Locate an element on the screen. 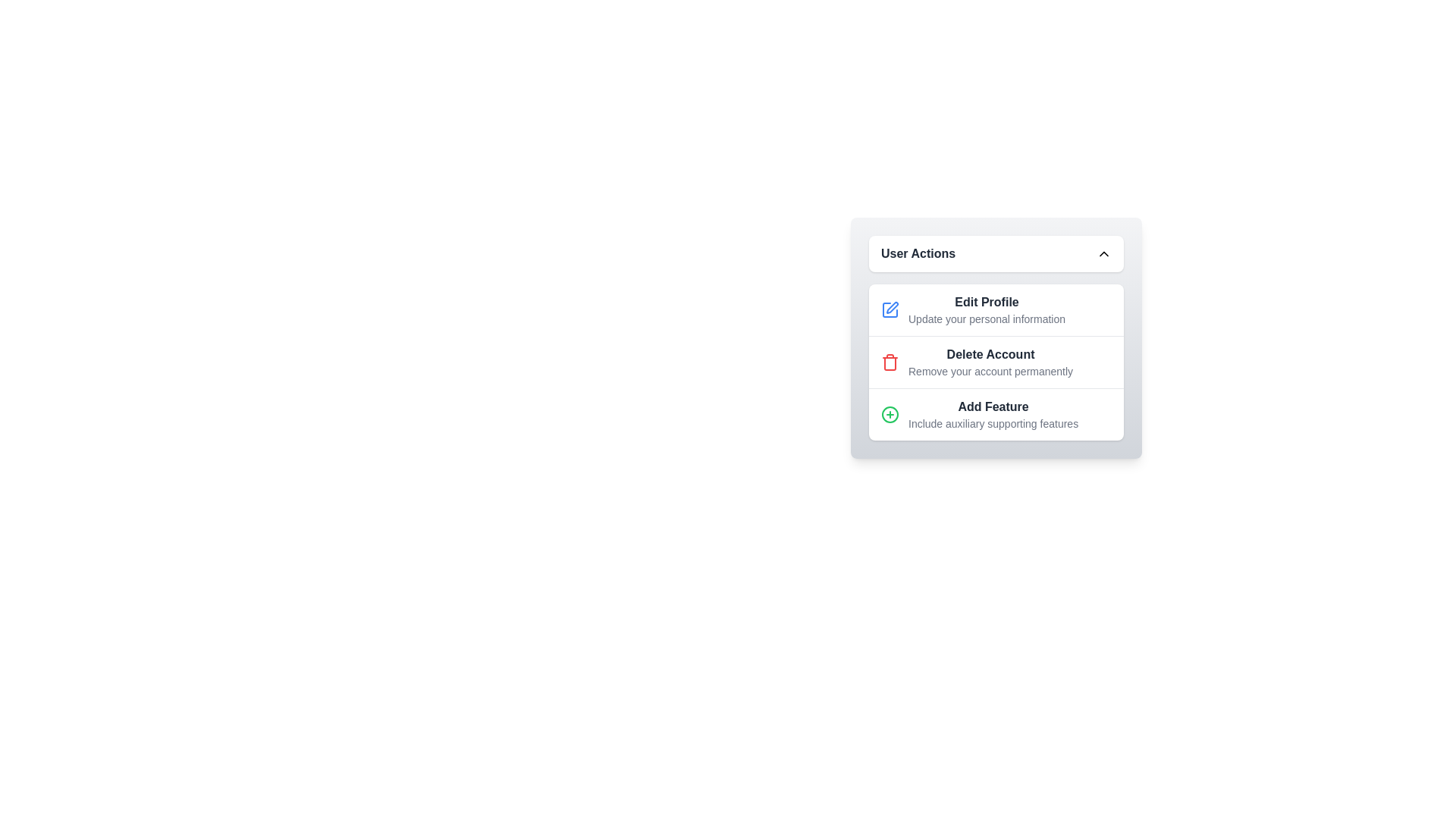 The image size is (1456, 819). the editable square icon indicating the 'Edit Profile' functionality in the 'User Actions' menu is located at coordinates (892, 307).